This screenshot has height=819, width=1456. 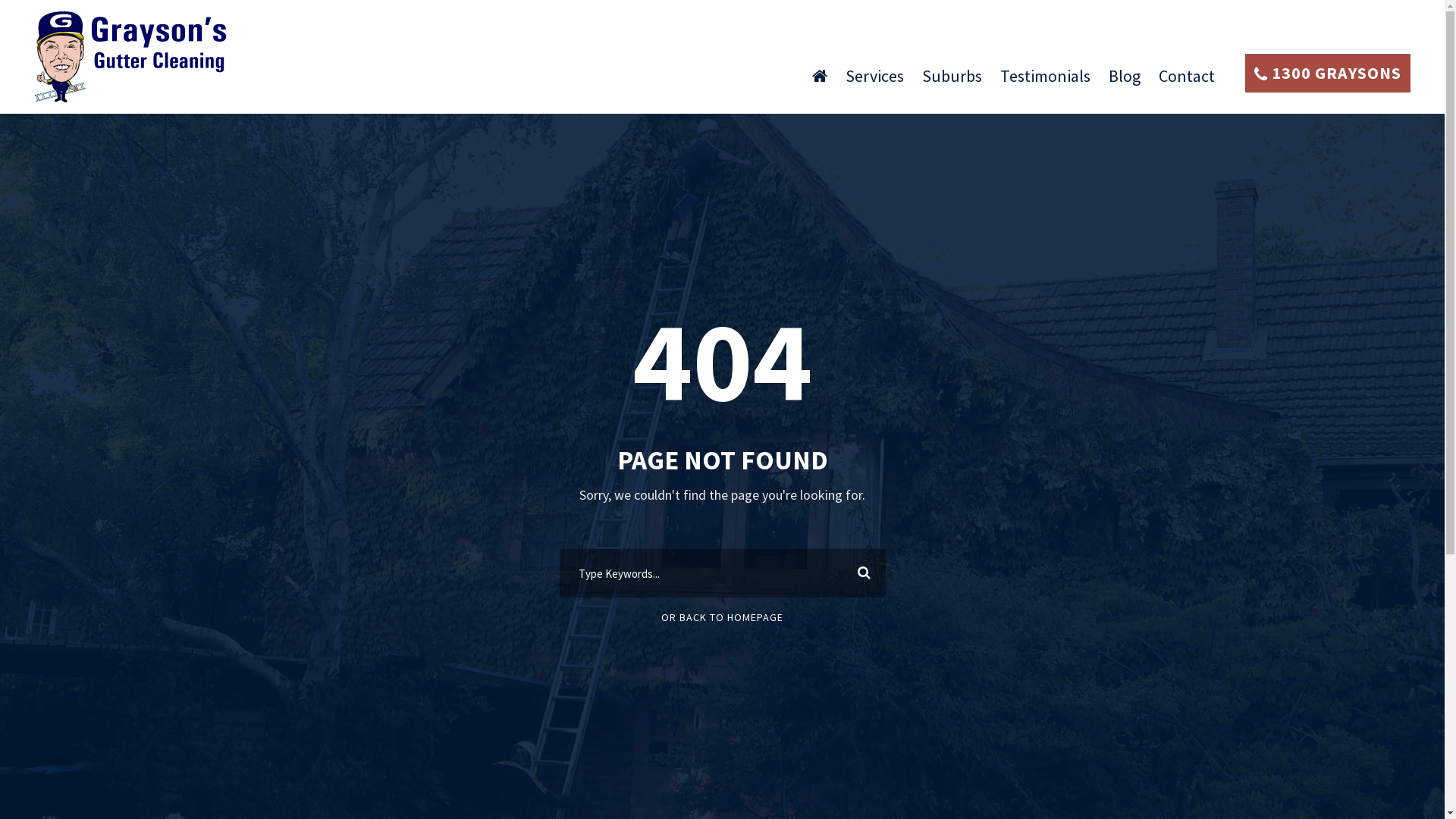 I want to click on 'Home', so click(x=818, y=82).